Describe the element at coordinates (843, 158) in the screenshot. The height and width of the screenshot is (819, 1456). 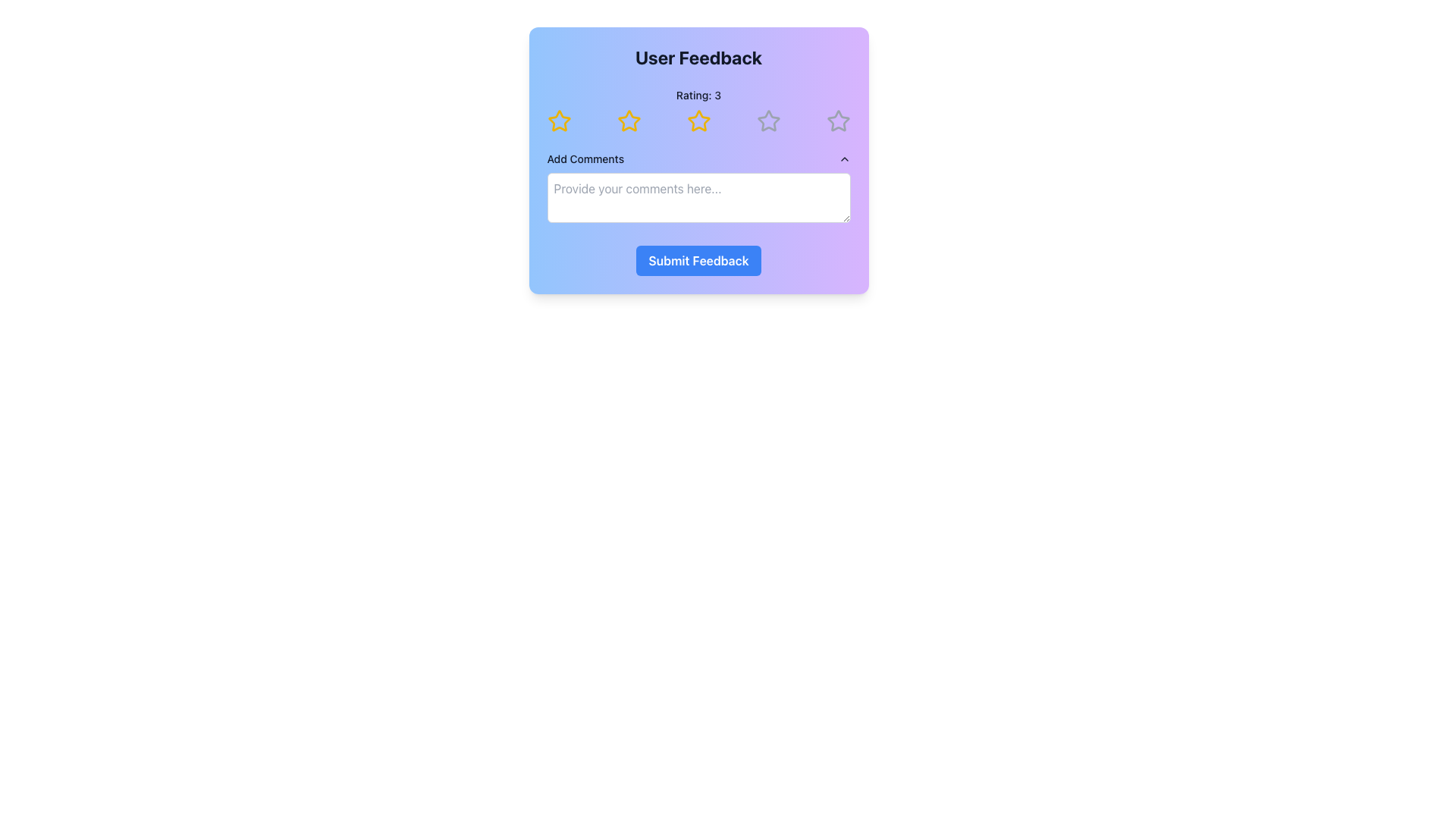
I see `the upward-facing chevron icon located at the upper-right corner of the 'Add Comments' text field` at that location.